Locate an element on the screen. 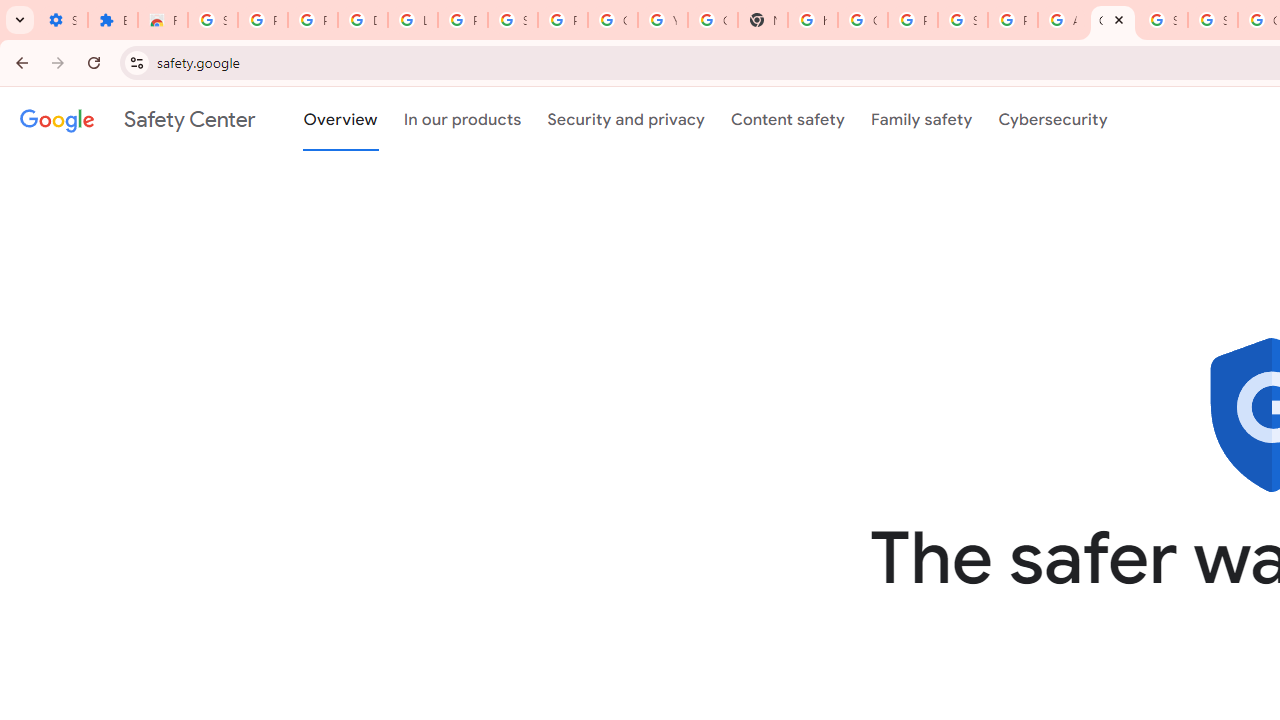 This screenshot has height=720, width=1280. 'Google Account' is located at coordinates (611, 20).